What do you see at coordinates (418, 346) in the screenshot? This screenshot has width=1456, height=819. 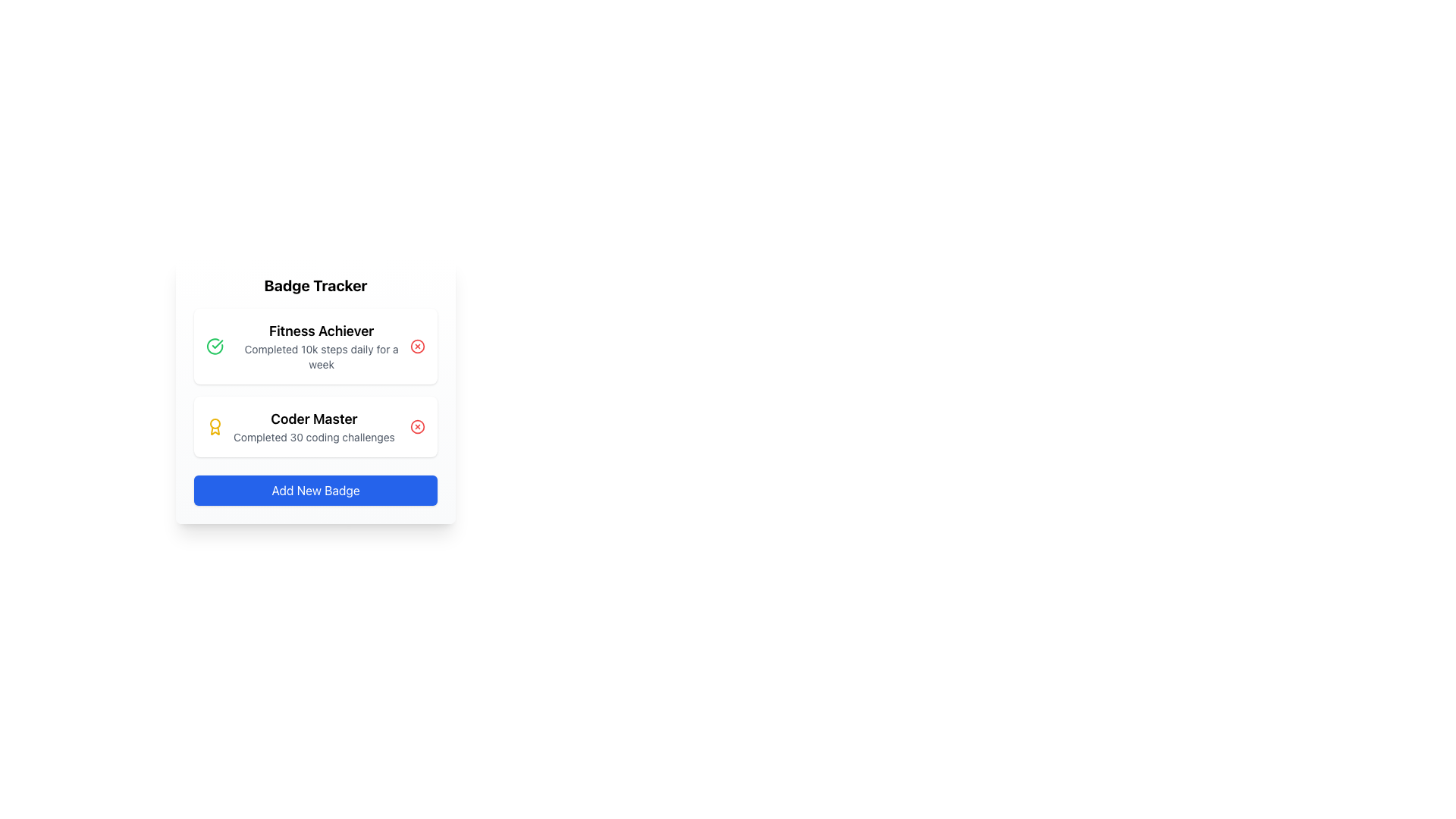 I see `the button located at the right end of the 'Fitness Achiever' list item` at bounding box center [418, 346].